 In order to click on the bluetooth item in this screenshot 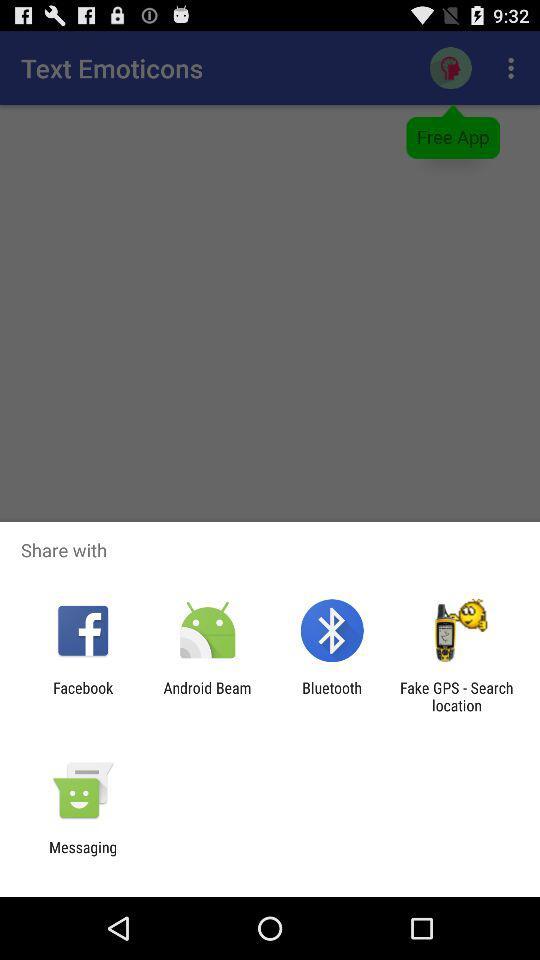, I will do `click(332, 696)`.